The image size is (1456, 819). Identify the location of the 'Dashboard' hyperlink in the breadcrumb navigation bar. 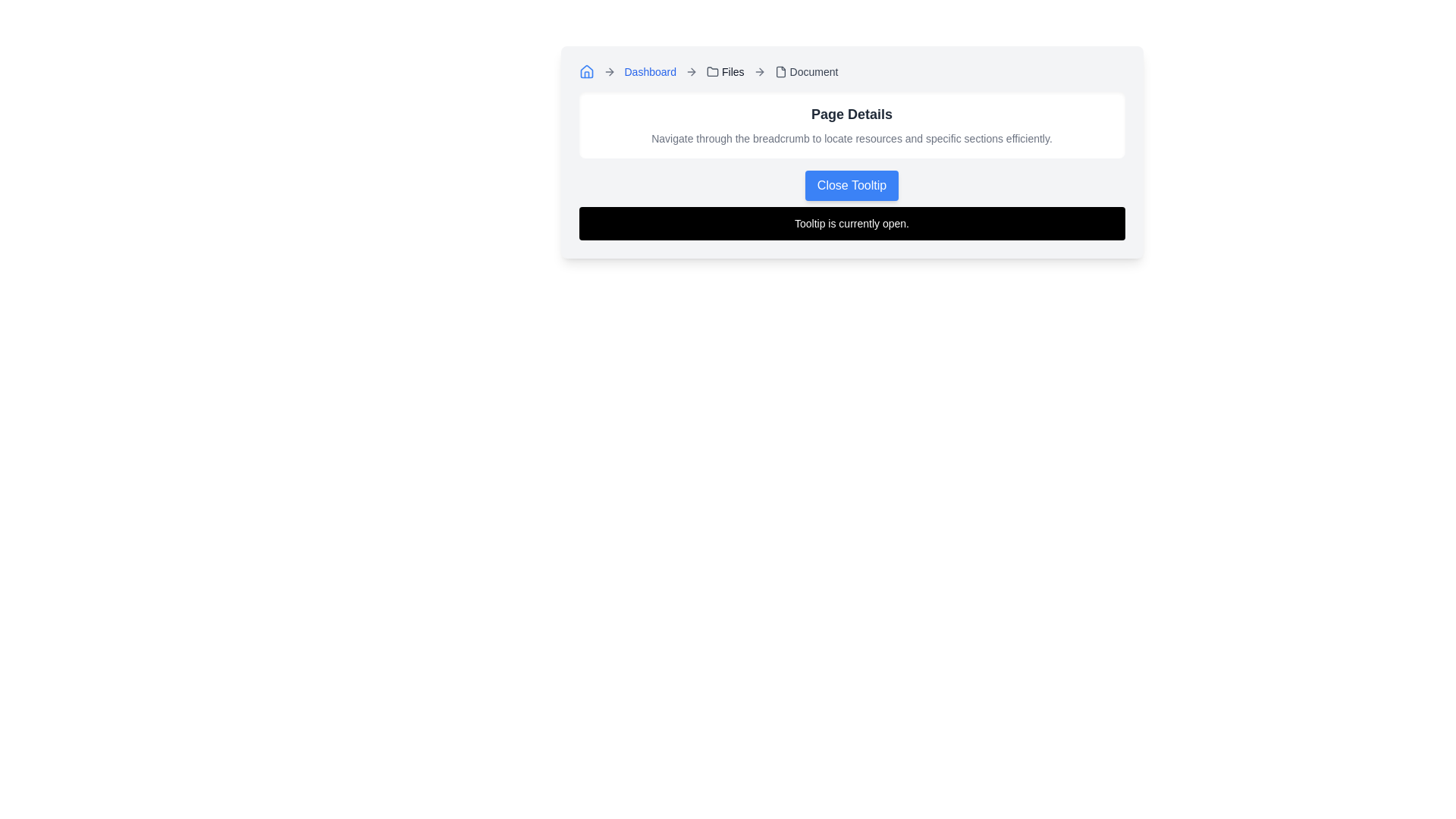
(650, 72).